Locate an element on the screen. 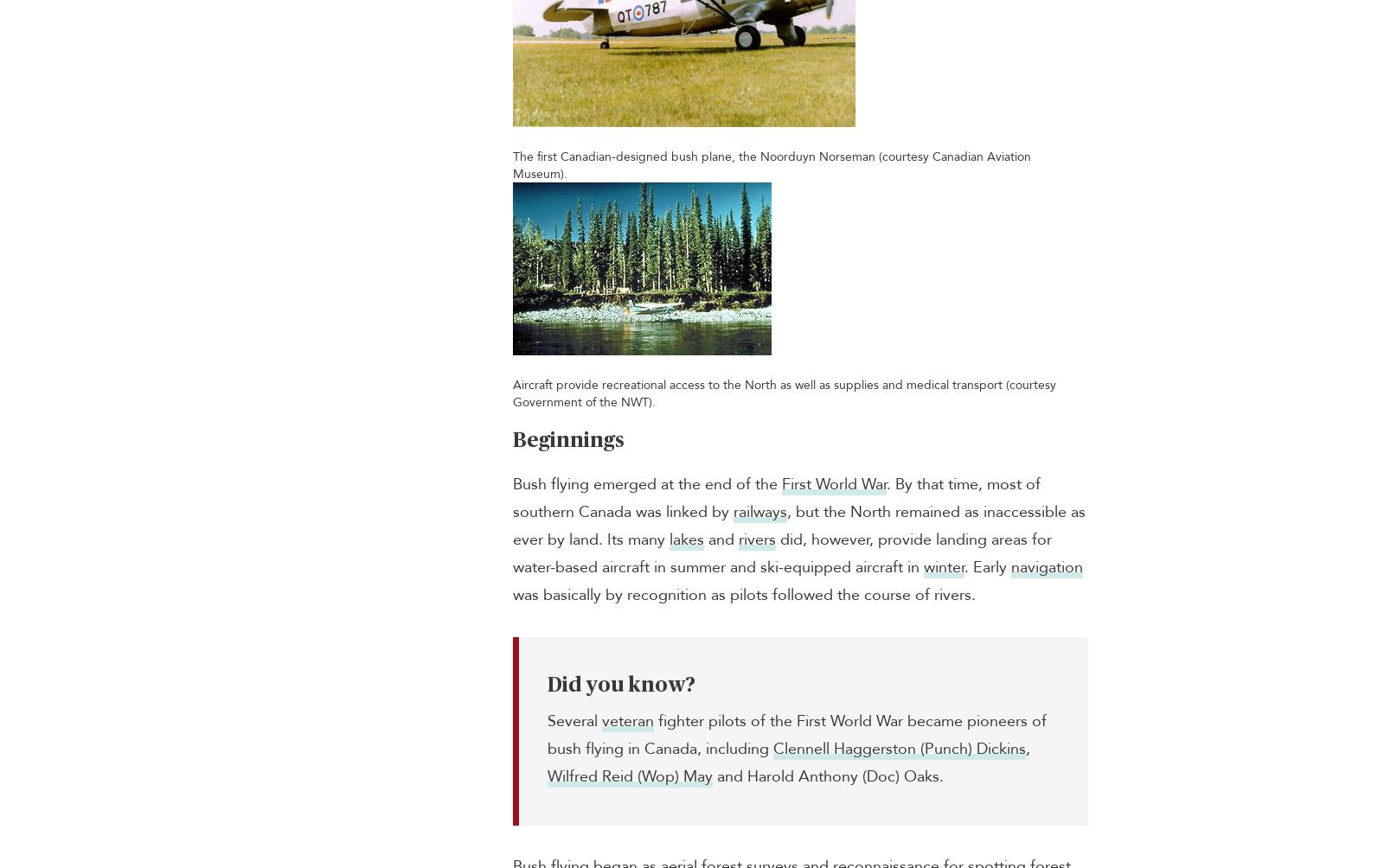  'Heritage minutes' is located at coordinates (1089, 765).